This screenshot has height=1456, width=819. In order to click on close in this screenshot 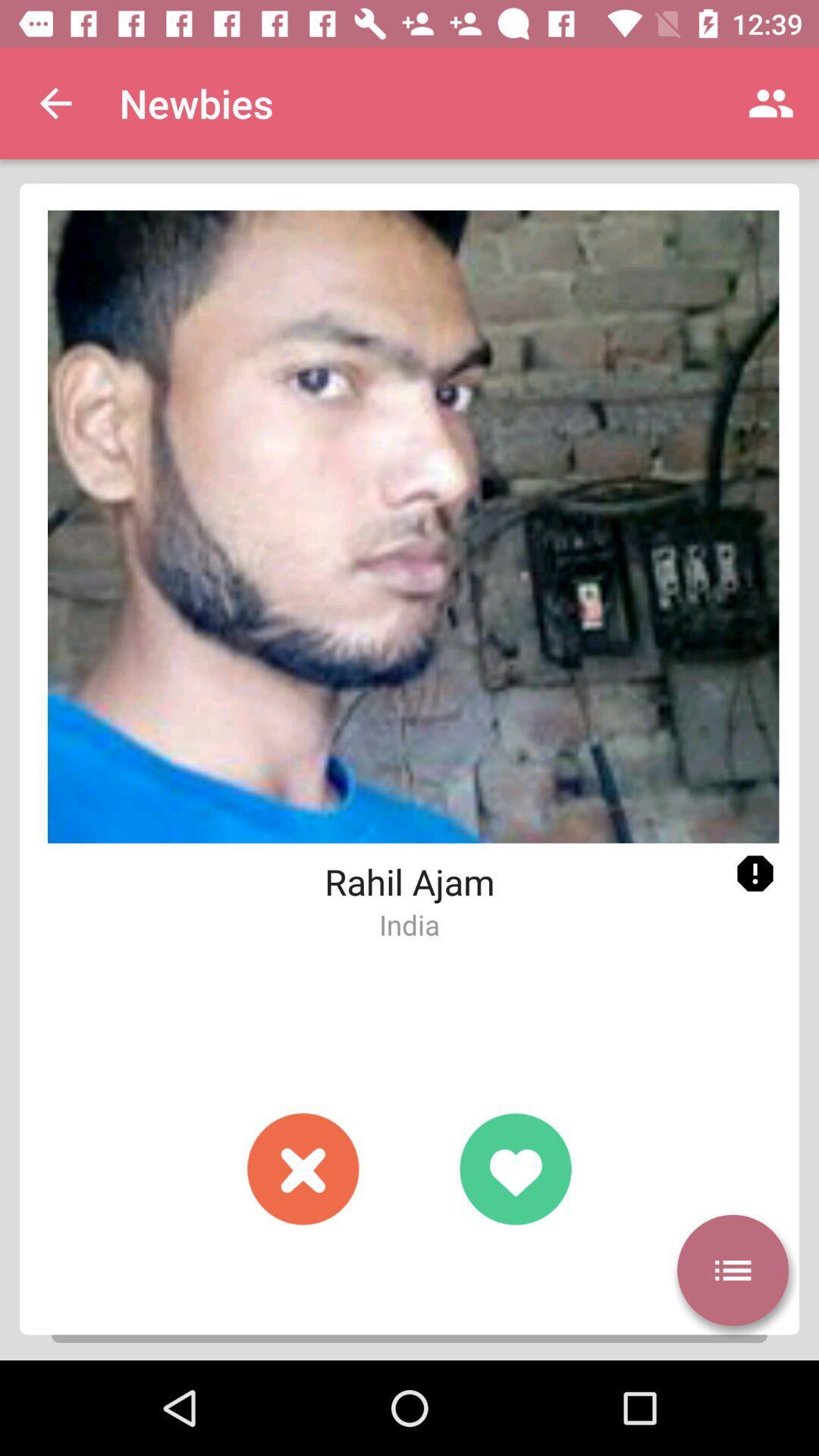, I will do `click(303, 1168)`.